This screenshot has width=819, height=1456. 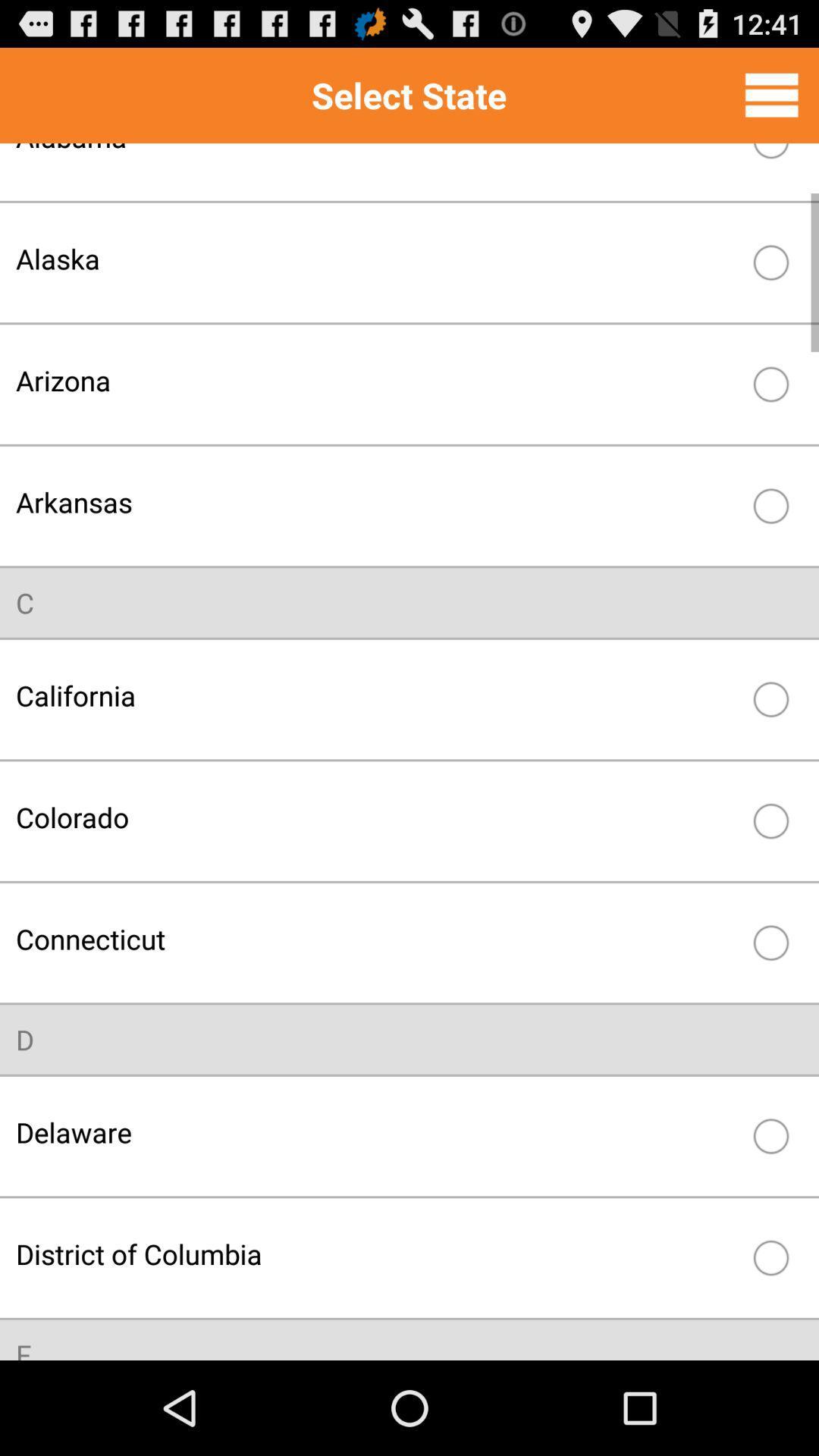 I want to click on item below d icon, so click(x=376, y=1132).